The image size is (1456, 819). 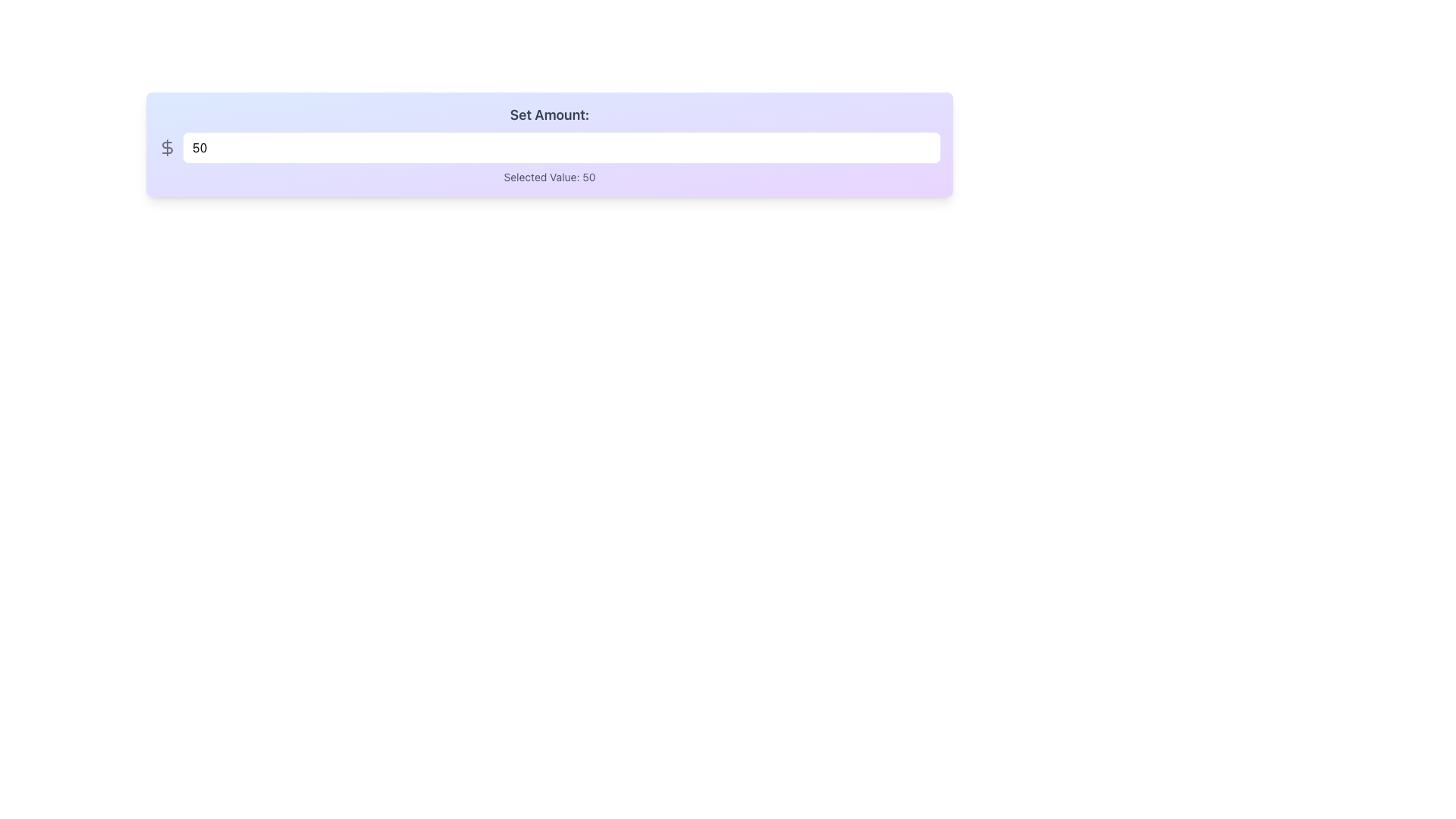 What do you see at coordinates (548, 177) in the screenshot?
I see `the Descriptive Label that displays the currently selected numeric value, located beneath the 'Set Amount:' input field` at bounding box center [548, 177].